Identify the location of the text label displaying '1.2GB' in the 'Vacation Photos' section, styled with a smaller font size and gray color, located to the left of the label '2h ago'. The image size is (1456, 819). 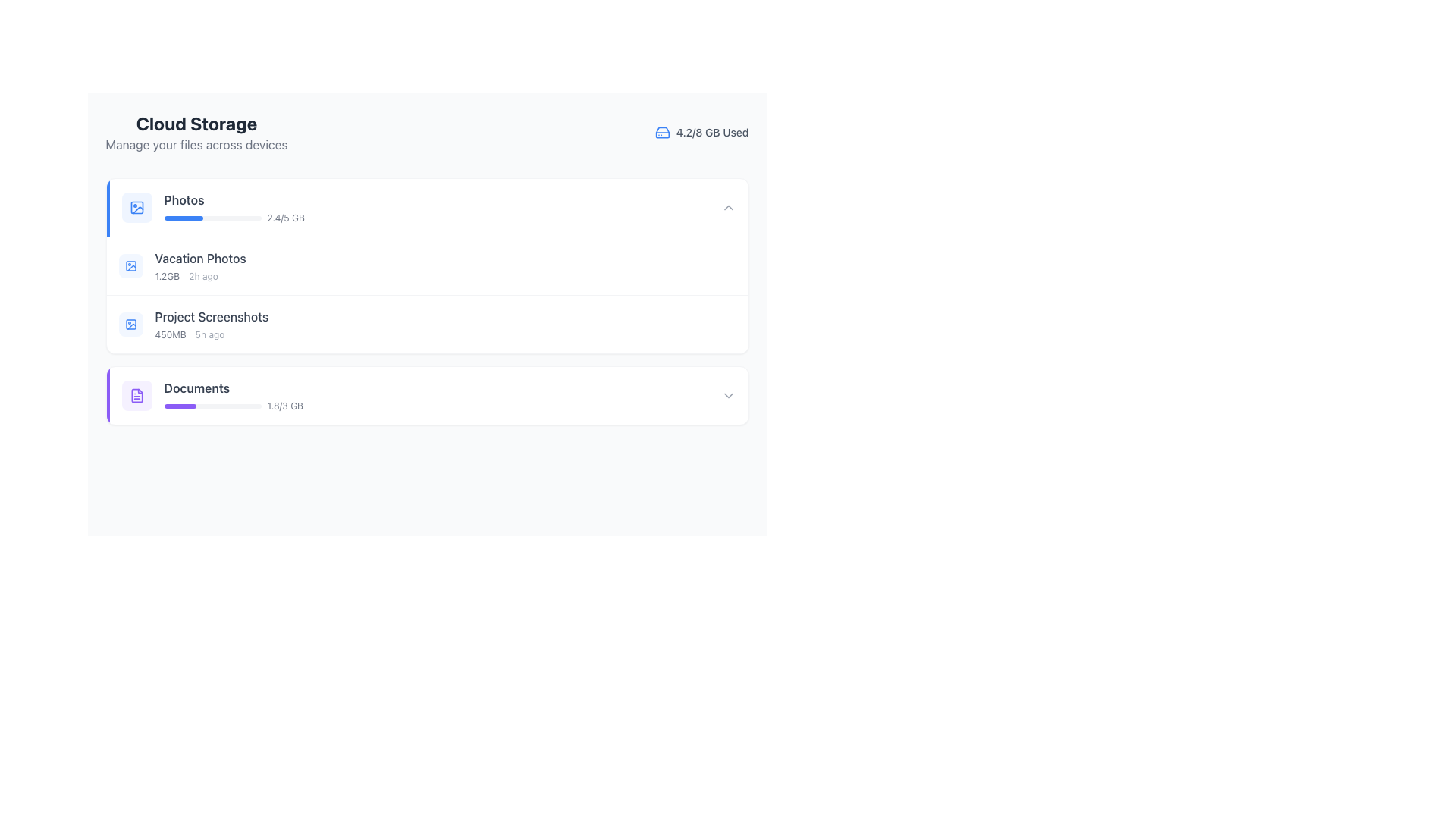
(167, 277).